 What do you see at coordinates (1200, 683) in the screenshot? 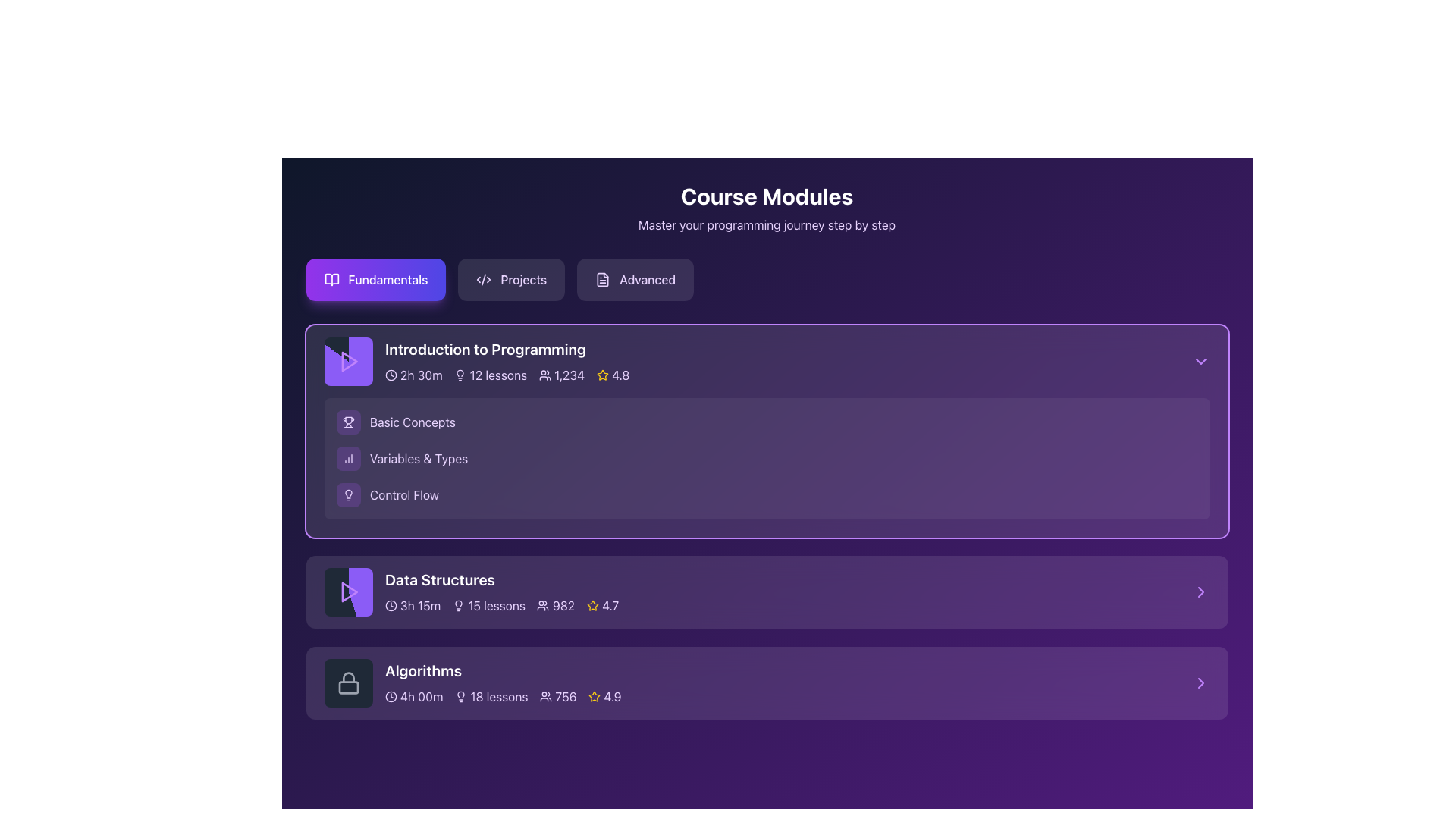
I see `the right-pointing purple arrow icon located at the bottom right corner of the 'Algorithms' section` at bounding box center [1200, 683].